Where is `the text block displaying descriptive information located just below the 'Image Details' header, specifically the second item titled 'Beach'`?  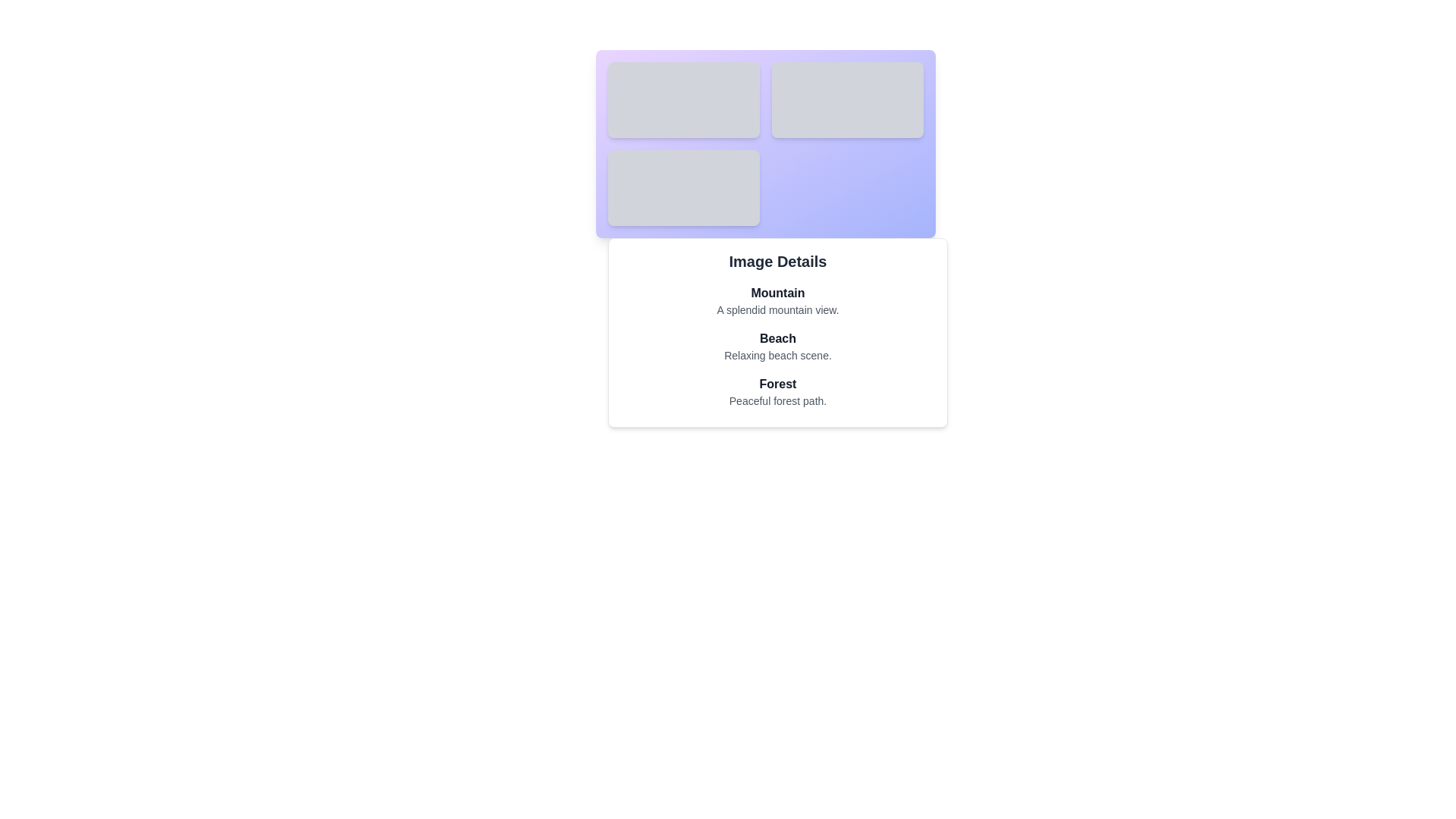
the text block displaying descriptive information located just below the 'Image Details' header, specifically the second item titled 'Beach' is located at coordinates (778, 346).